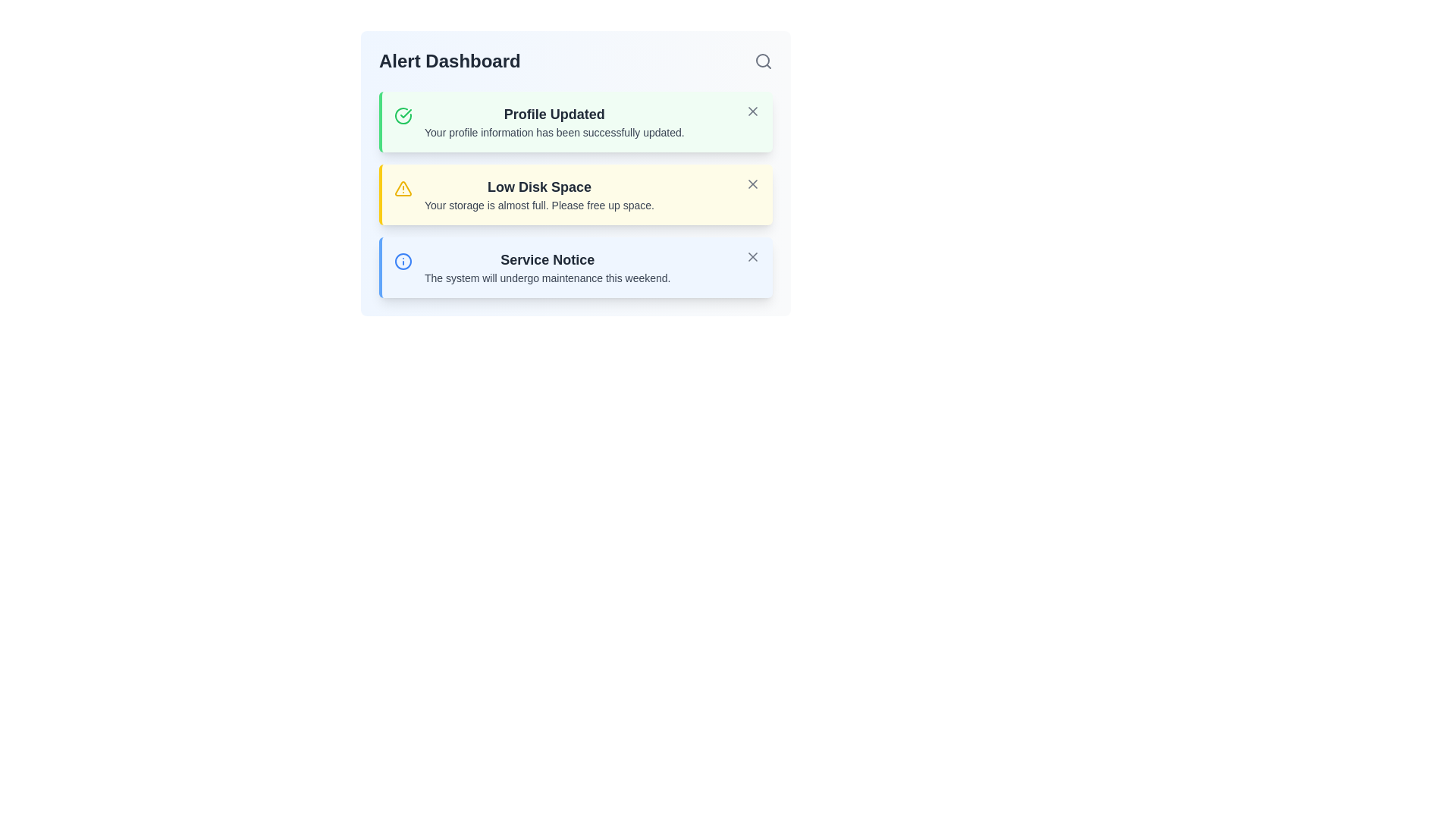 The image size is (1456, 819). Describe the element at coordinates (403, 260) in the screenshot. I see `the hollow circle in the 'Service Notice' alert icon located at the center of the Alert Dashboard interface` at that location.